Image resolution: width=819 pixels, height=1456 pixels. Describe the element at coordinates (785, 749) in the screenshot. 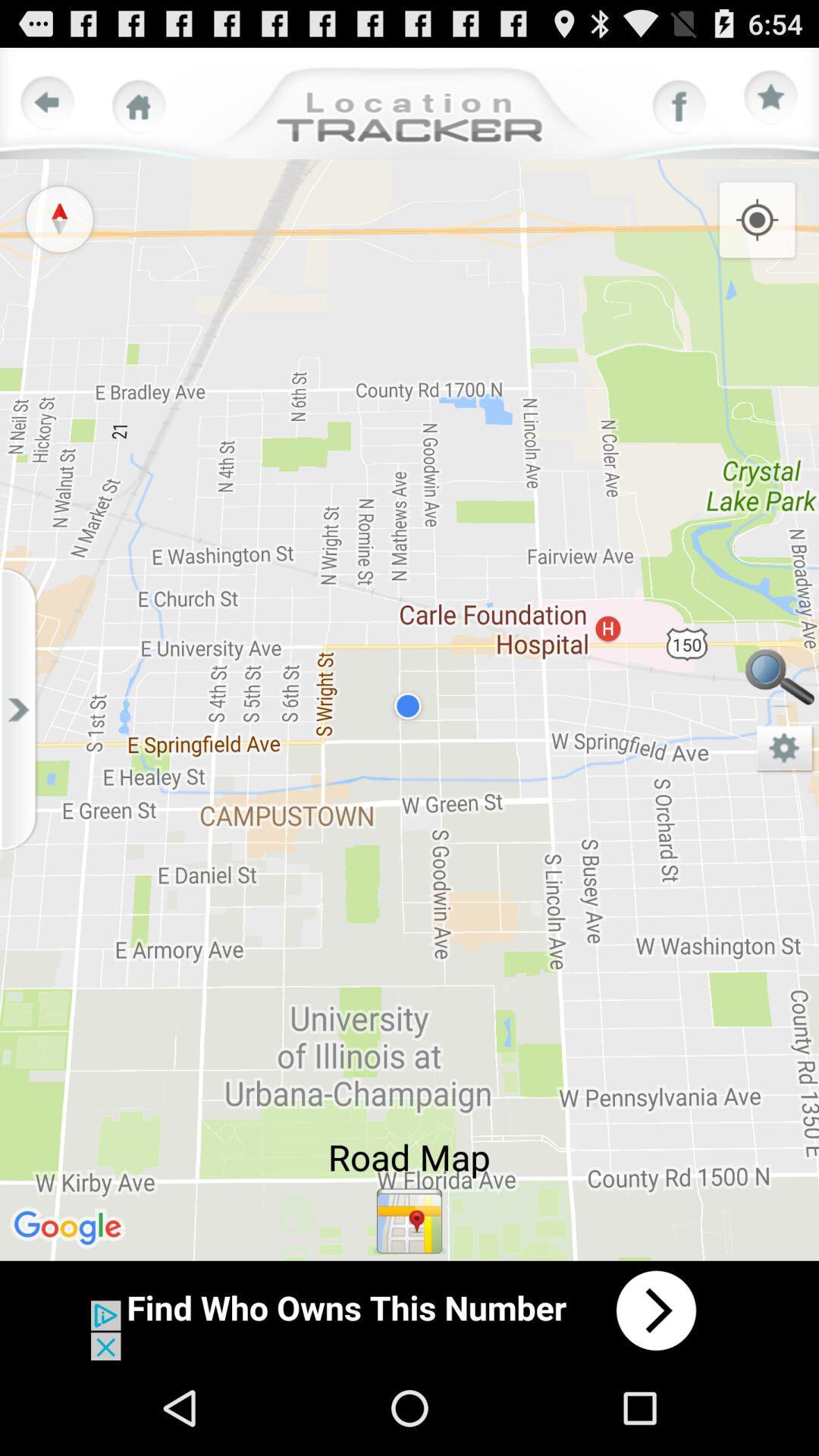

I see `map page` at that location.